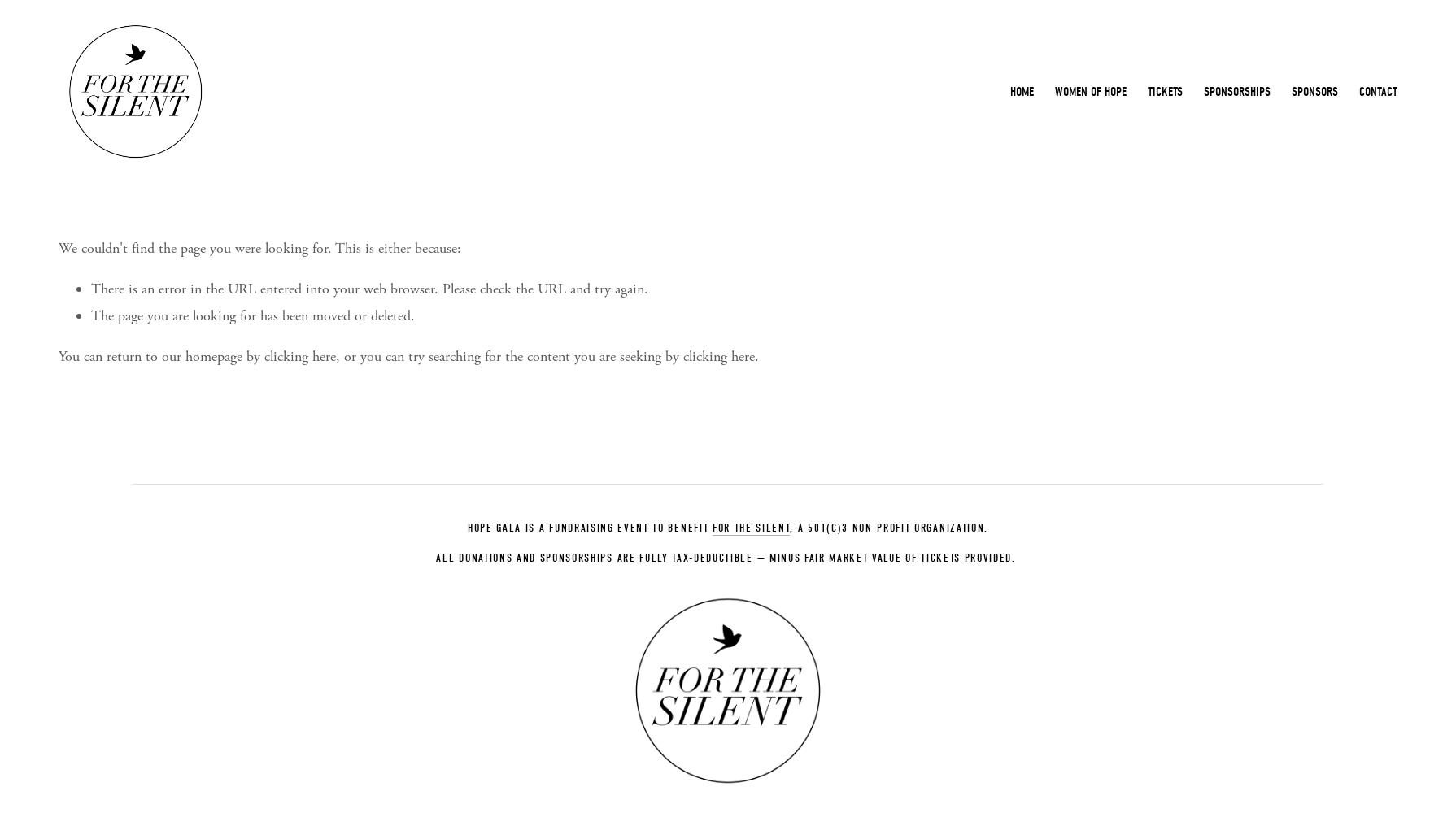 This screenshot has width=1456, height=813. I want to click on 'Hope Gala is a fundraising Event to benefit', so click(588, 527).